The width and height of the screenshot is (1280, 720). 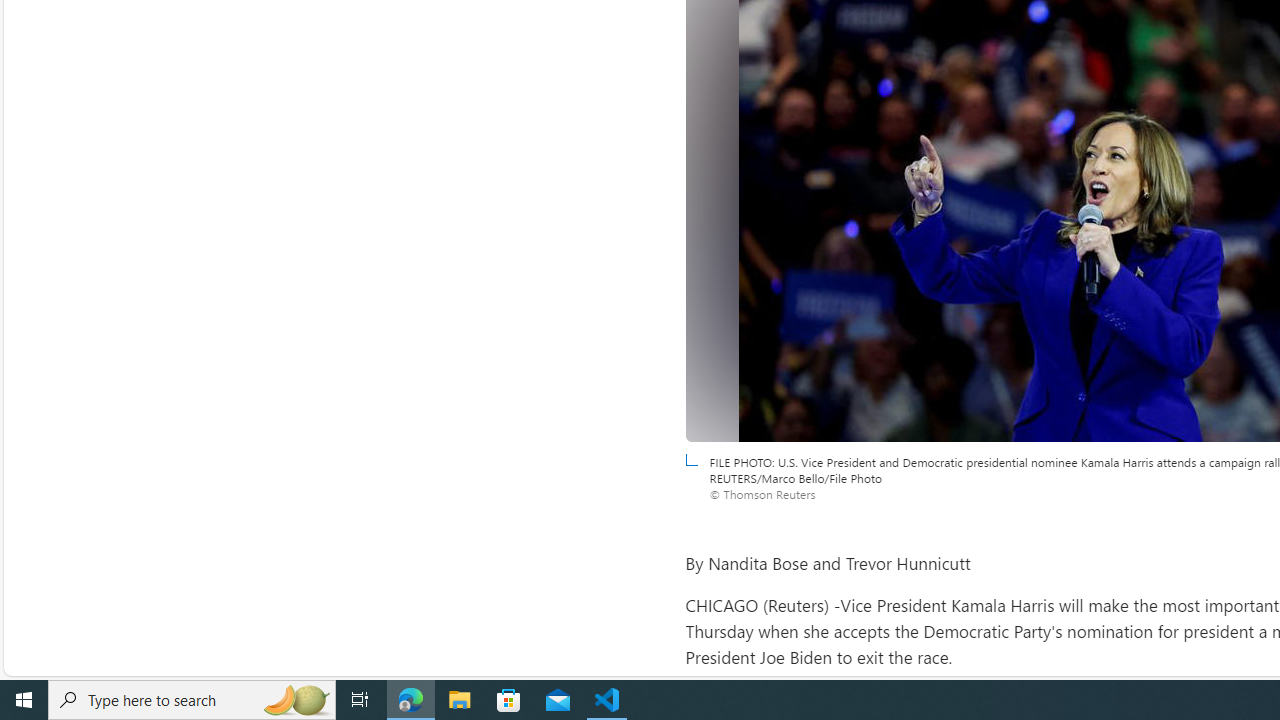 What do you see at coordinates (24, 698) in the screenshot?
I see `'Start'` at bounding box center [24, 698].